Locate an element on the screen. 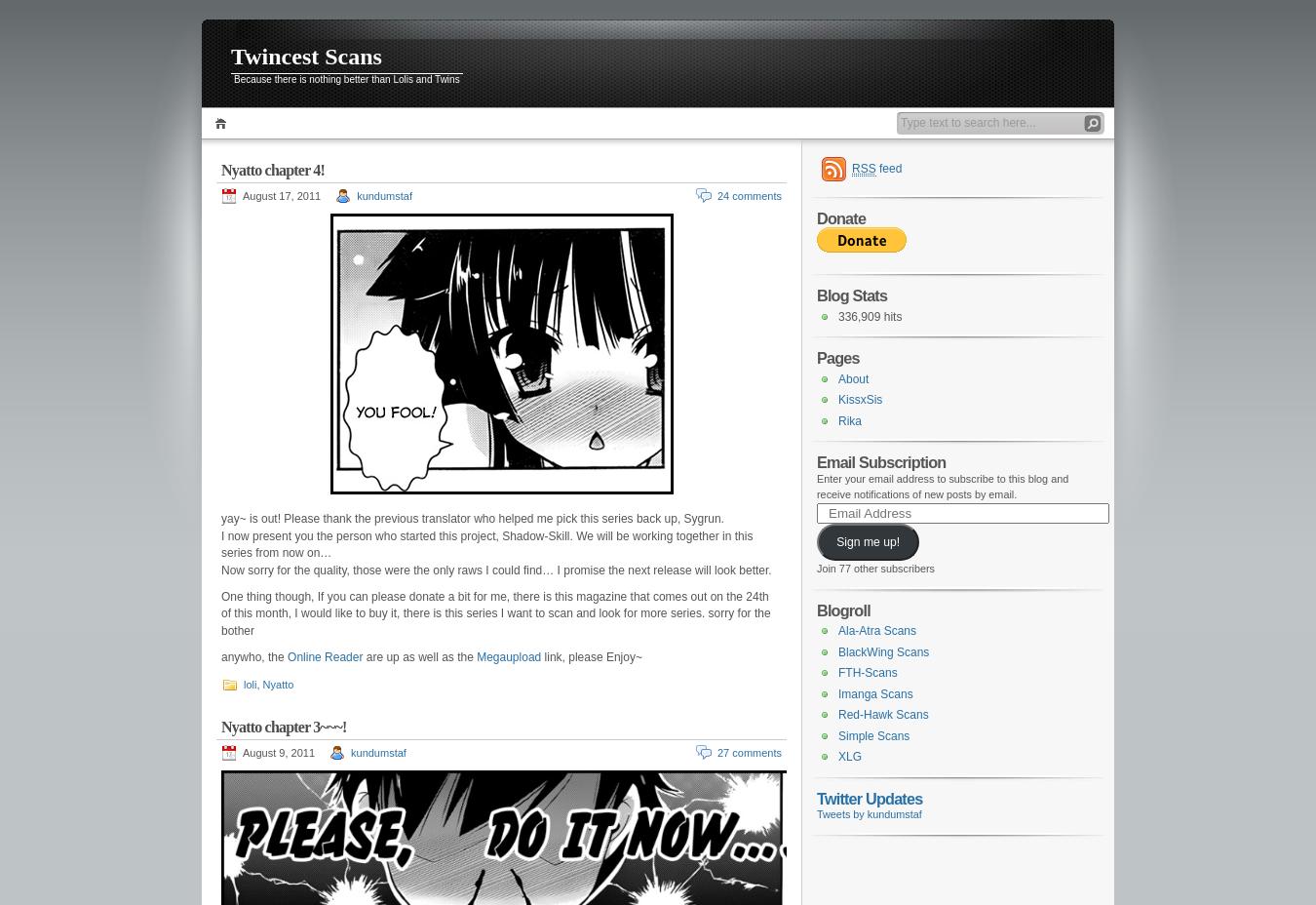 This screenshot has height=905, width=1316. 'Pages' is located at coordinates (837, 358).